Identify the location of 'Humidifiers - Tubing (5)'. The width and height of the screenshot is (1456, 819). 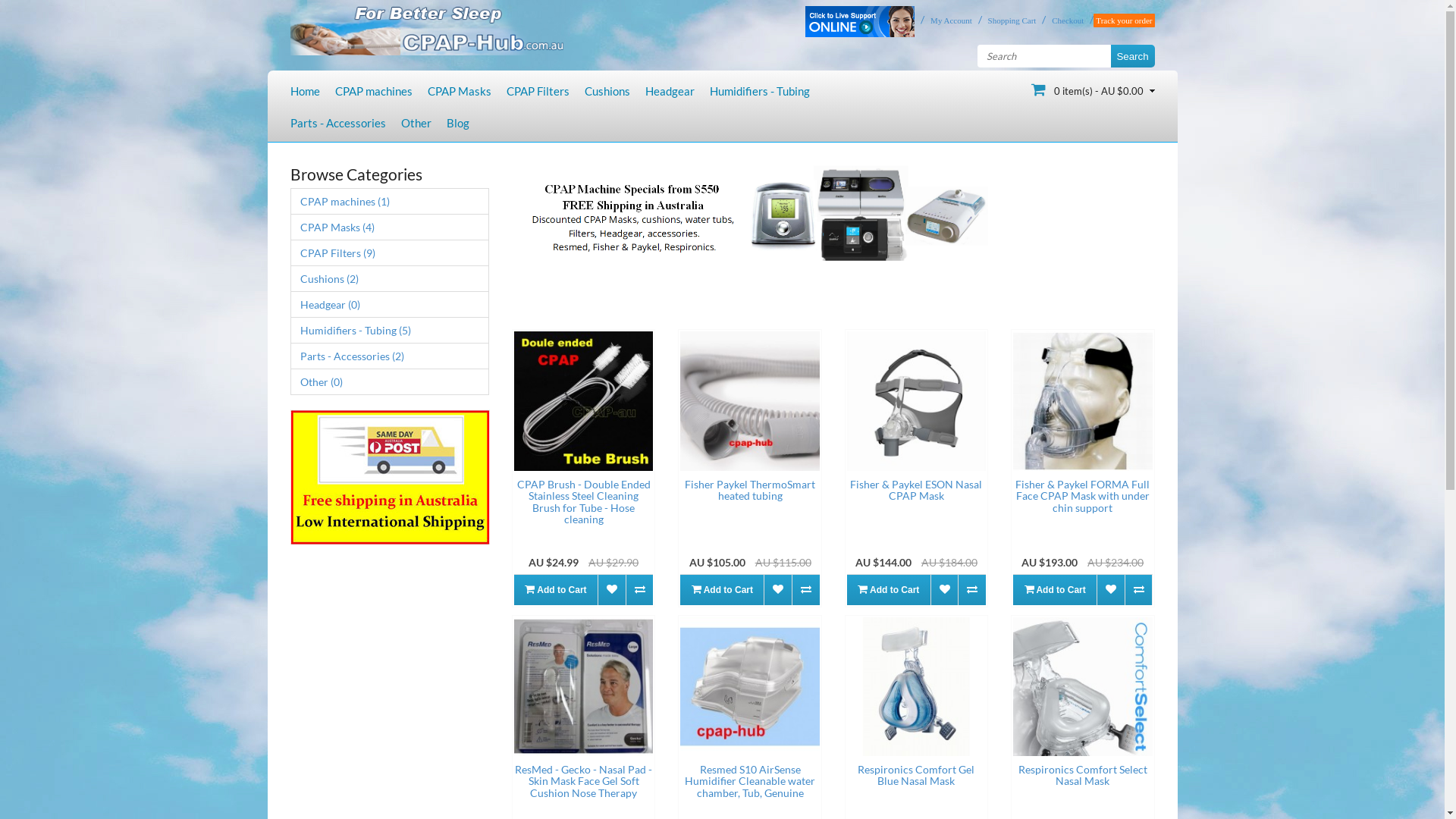
(389, 329).